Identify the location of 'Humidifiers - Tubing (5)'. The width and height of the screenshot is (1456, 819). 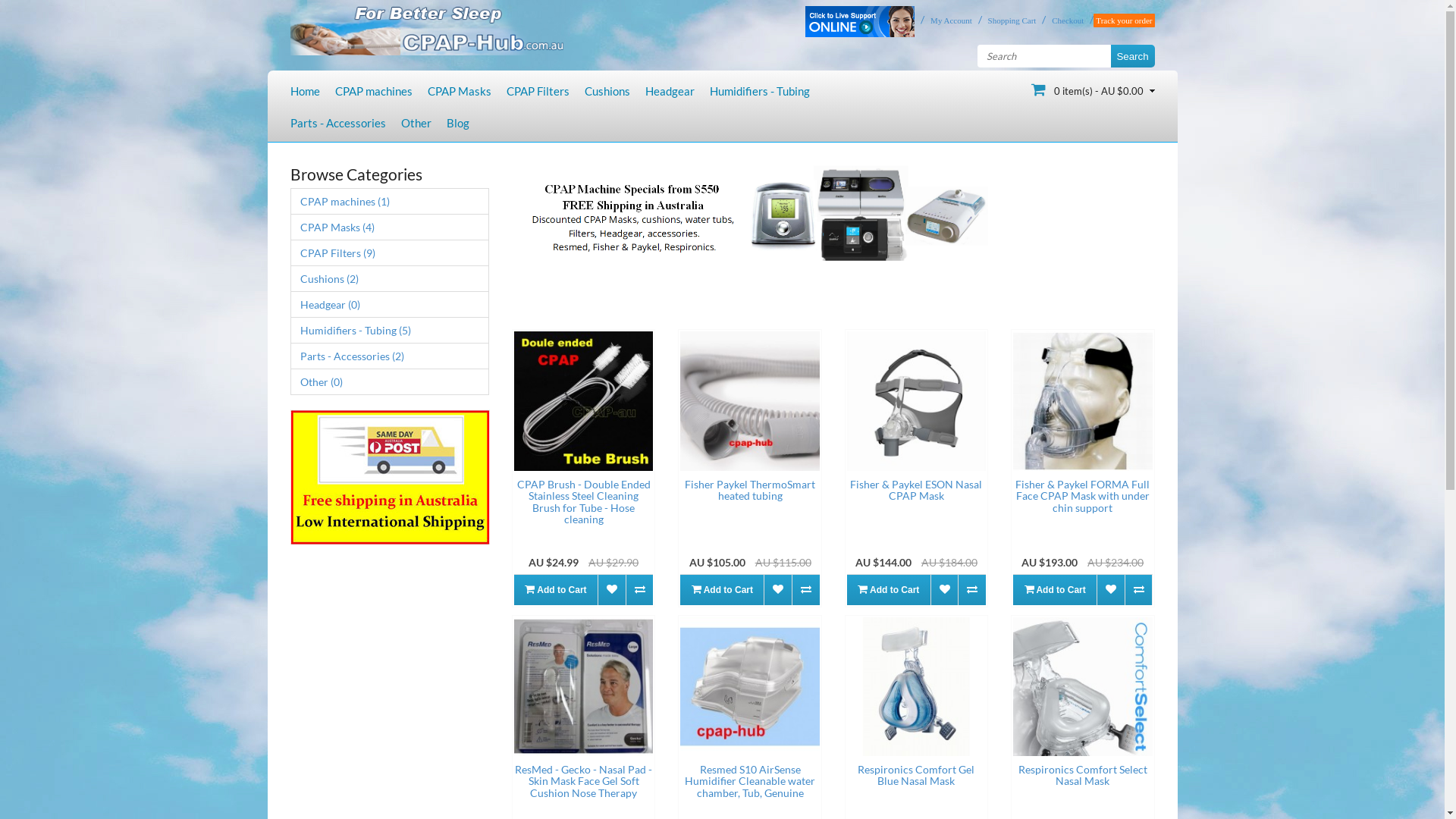
(389, 329).